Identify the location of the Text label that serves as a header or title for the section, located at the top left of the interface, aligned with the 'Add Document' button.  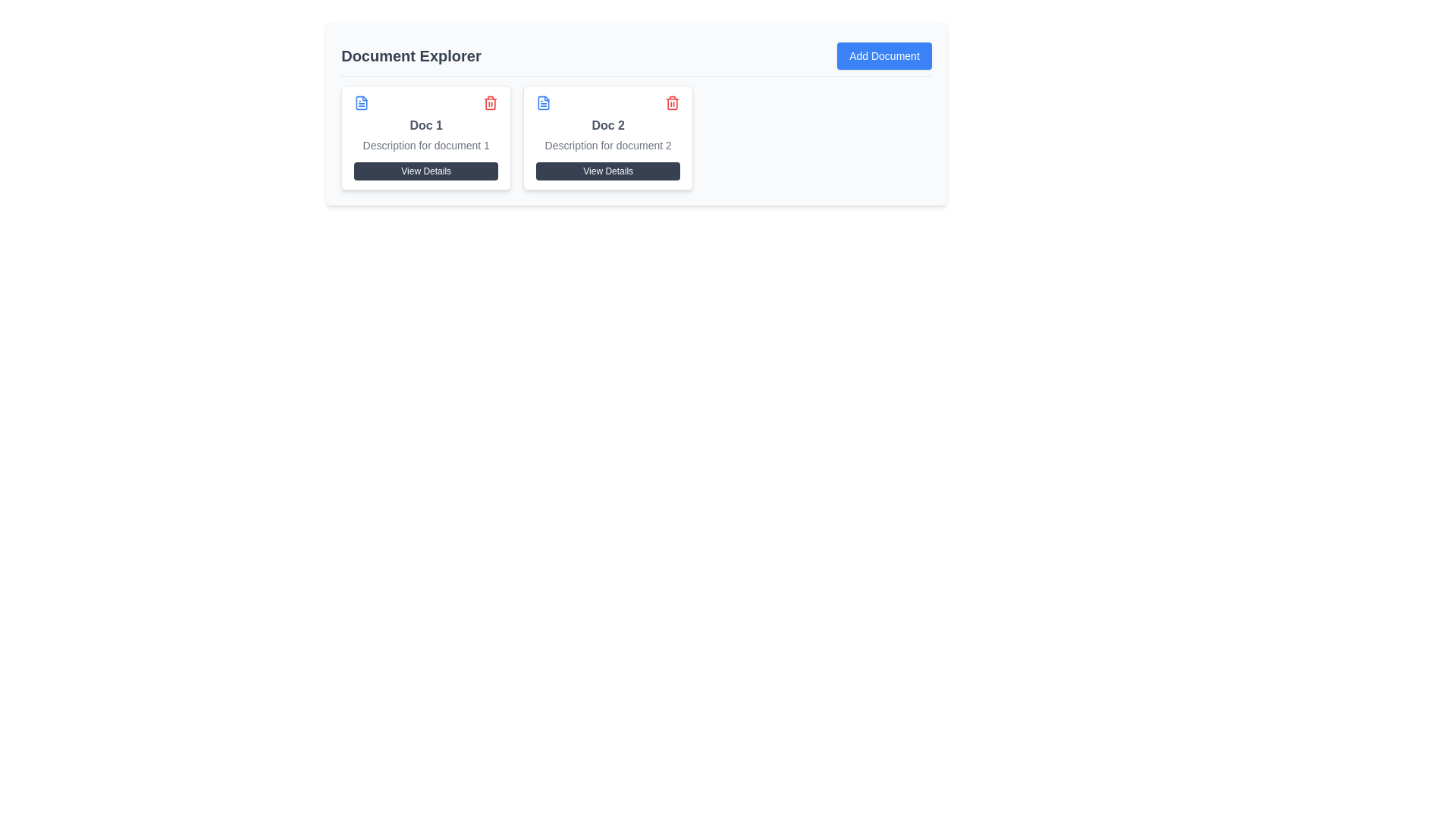
(411, 55).